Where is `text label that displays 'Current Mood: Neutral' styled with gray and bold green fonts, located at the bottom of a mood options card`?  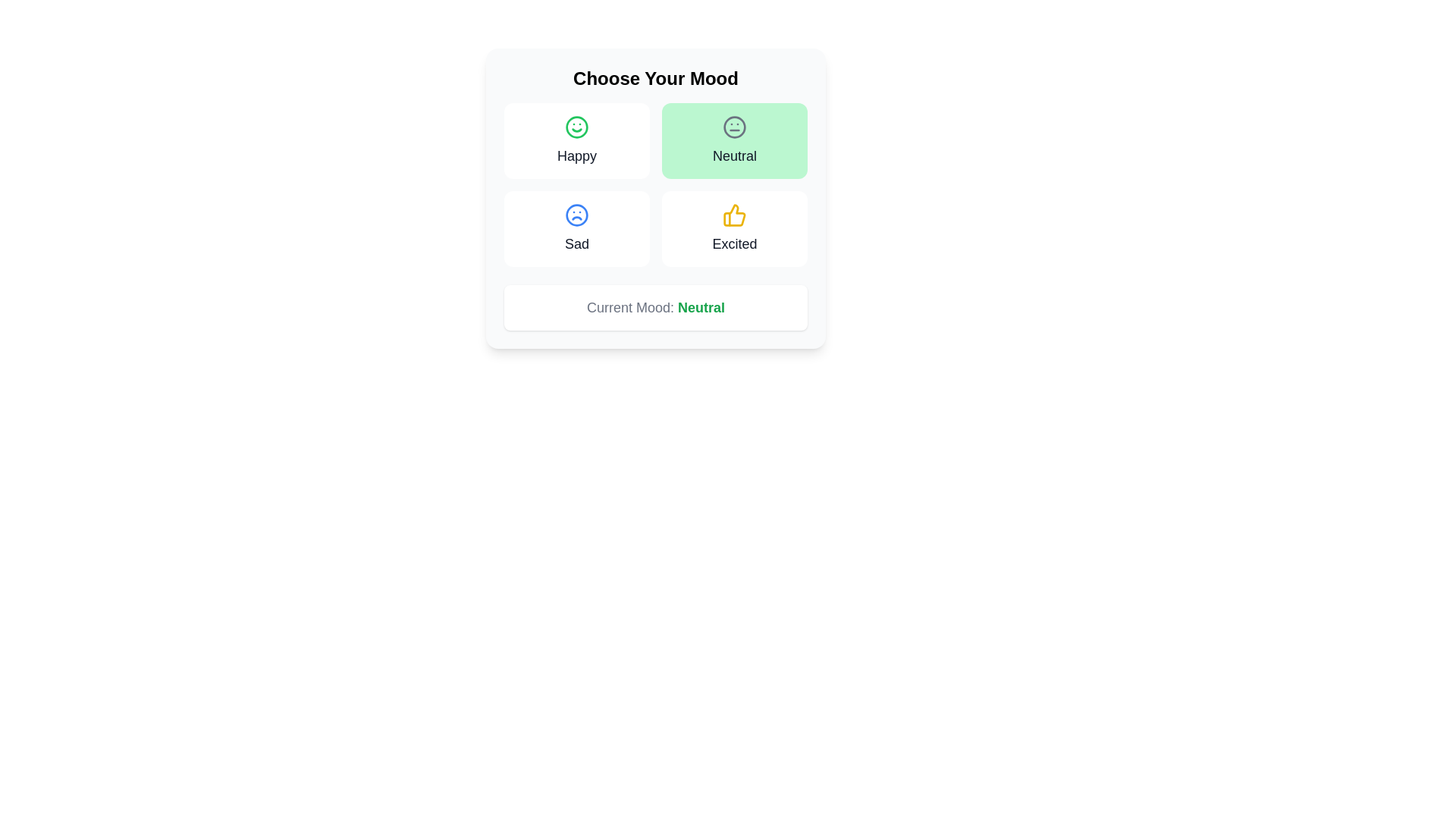
text label that displays 'Current Mood: Neutral' styled with gray and bold green fonts, located at the bottom of a mood options card is located at coordinates (655, 307).